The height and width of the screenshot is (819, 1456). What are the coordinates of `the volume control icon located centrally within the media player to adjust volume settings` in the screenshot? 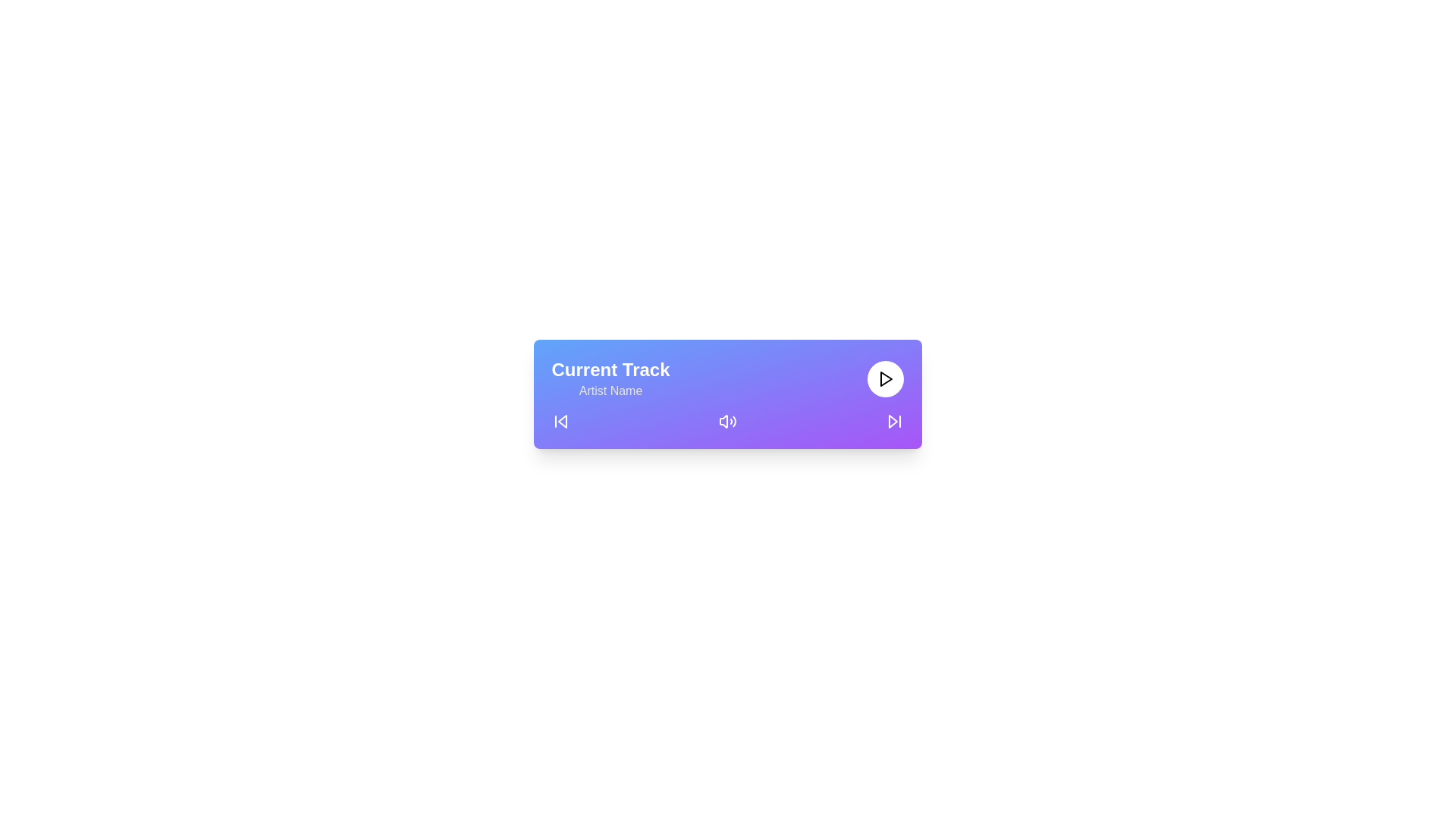 It's located at (726, 421).